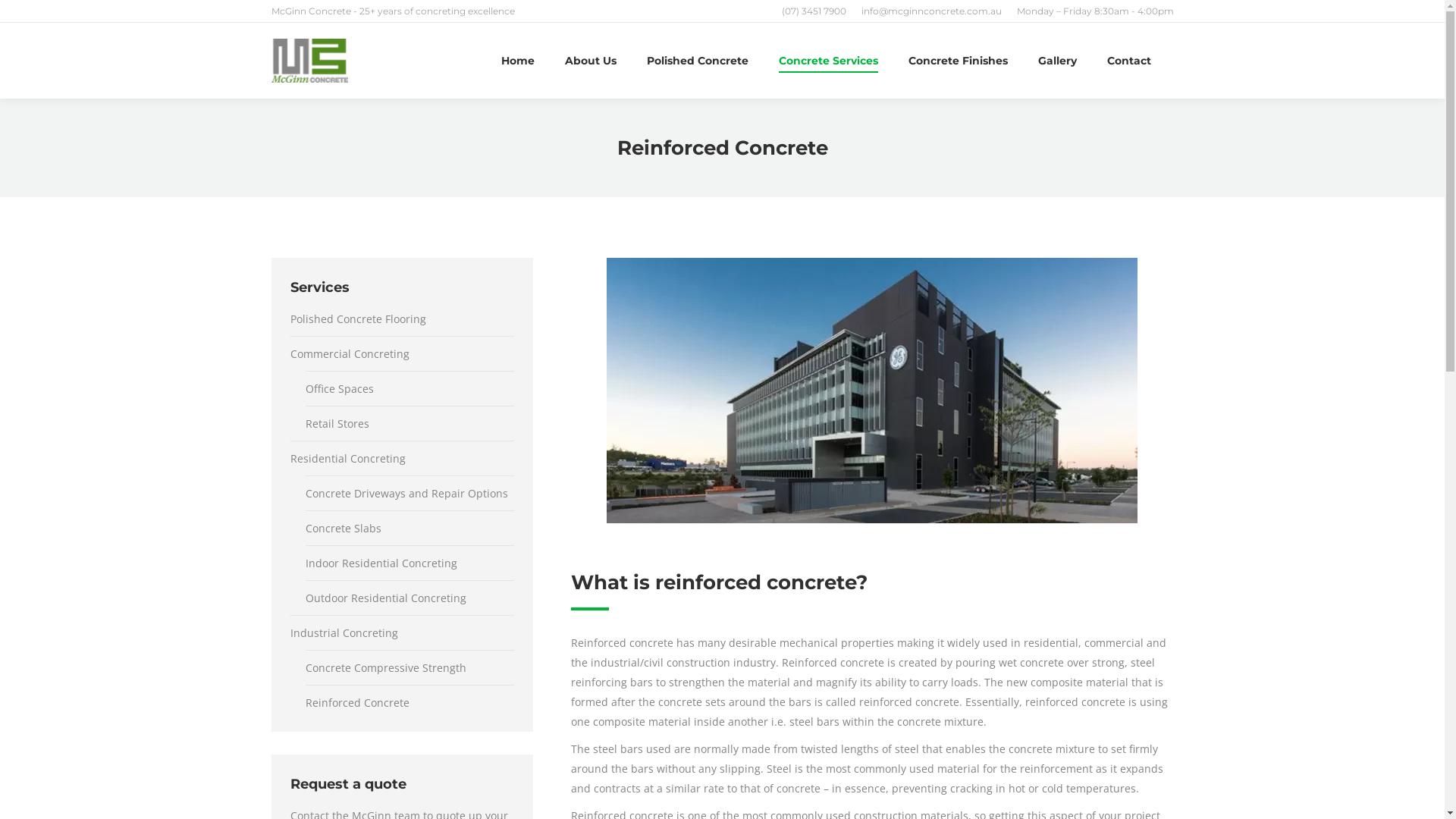 Image resolution: width=1456 pixels, height=819 pixels. Describe the element at coordinates (304, 424) in the screenshot. I see `'Retail Stores'` at that location.